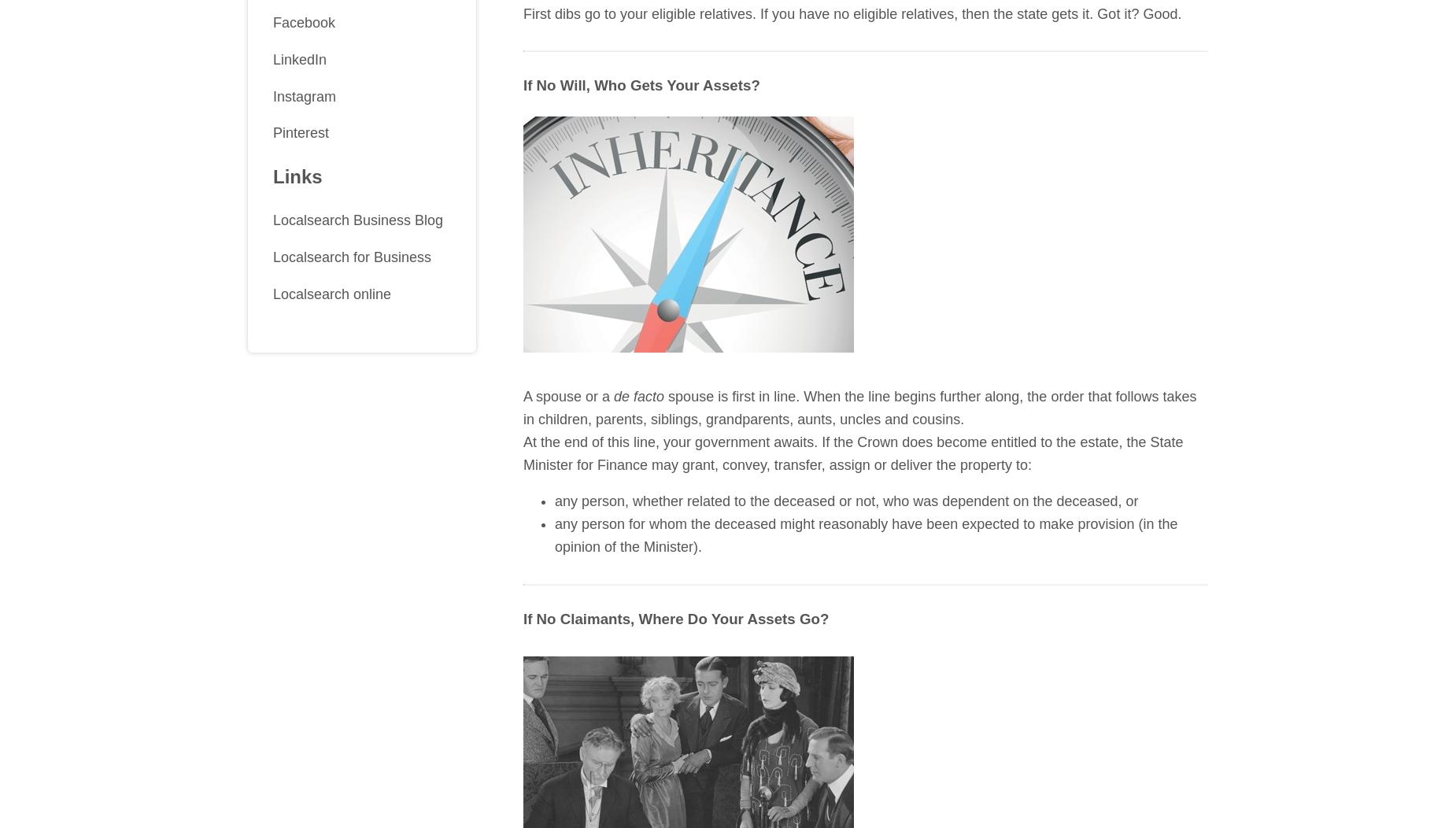  I want to click on 'Links', so click(296, 176).